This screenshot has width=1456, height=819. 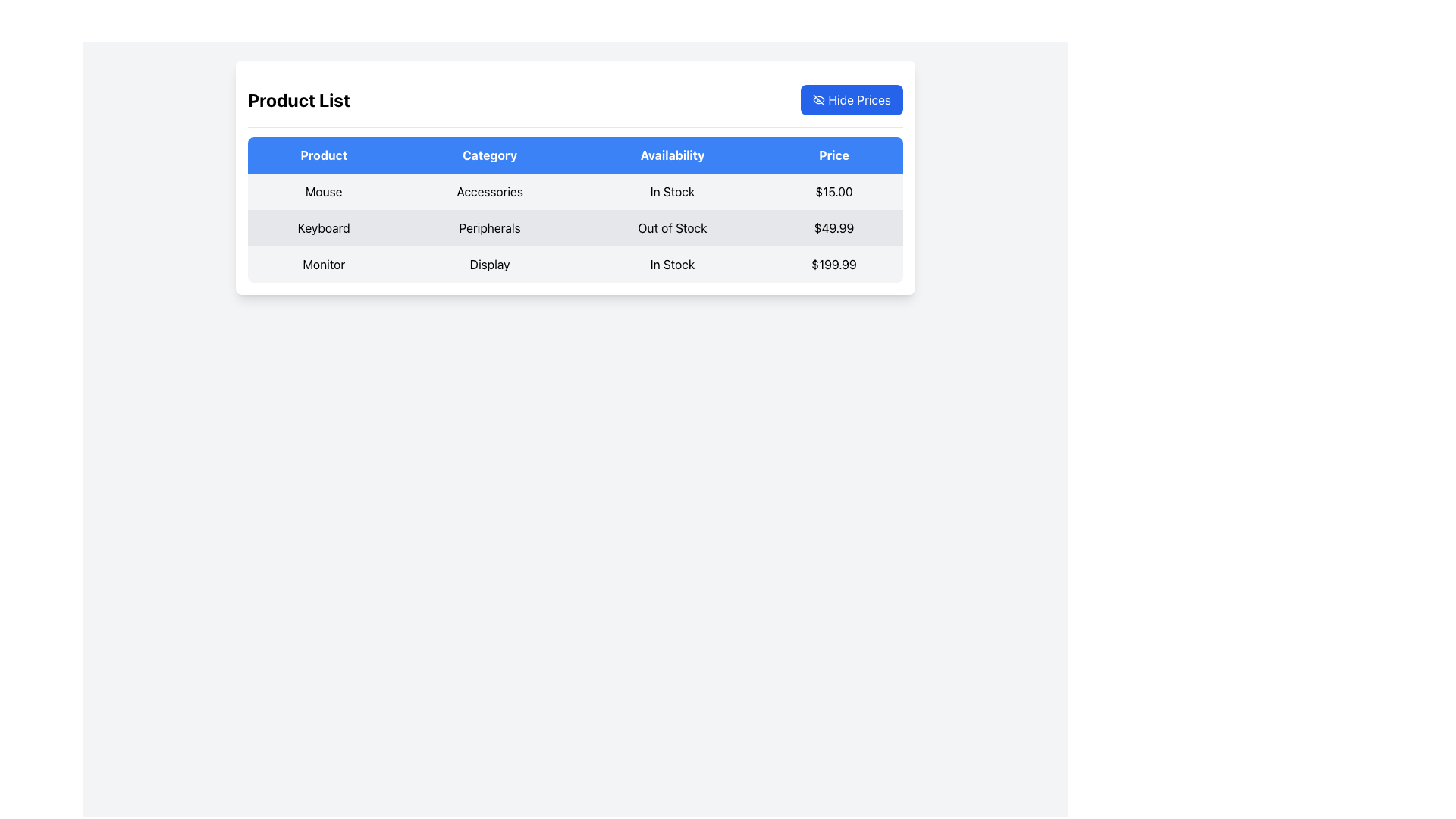 What do you see at coordinates (672, 227) in the screenshot?
I see `text label displaying 'Out of Stock' in black sans-serif font located in the 'Availability' column of the 'Keyboard' item entry within a table` at bounding box center [672, 227].